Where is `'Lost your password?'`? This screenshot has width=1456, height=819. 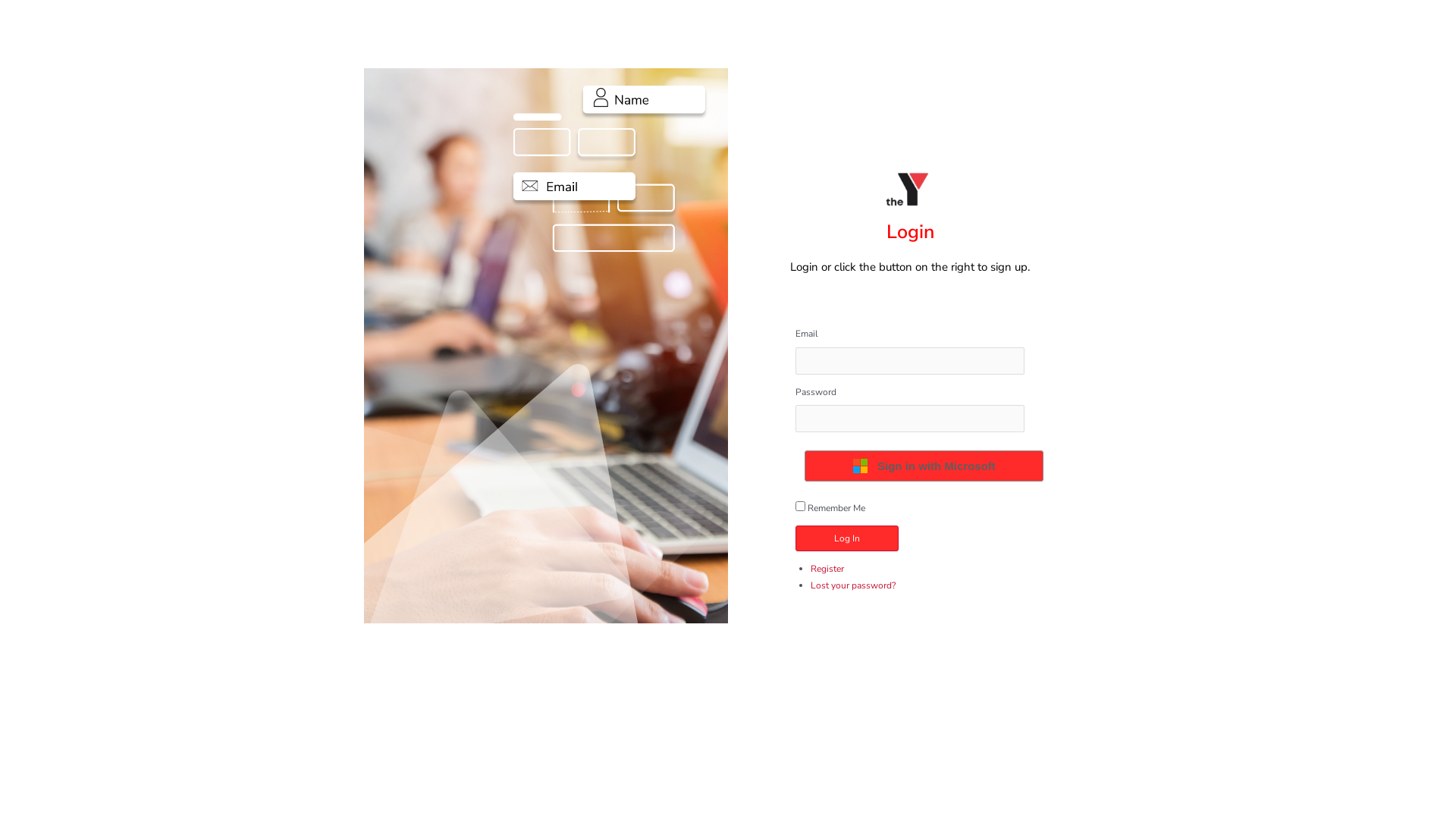
'Lost your password?' is located at coordinates (852, 584).